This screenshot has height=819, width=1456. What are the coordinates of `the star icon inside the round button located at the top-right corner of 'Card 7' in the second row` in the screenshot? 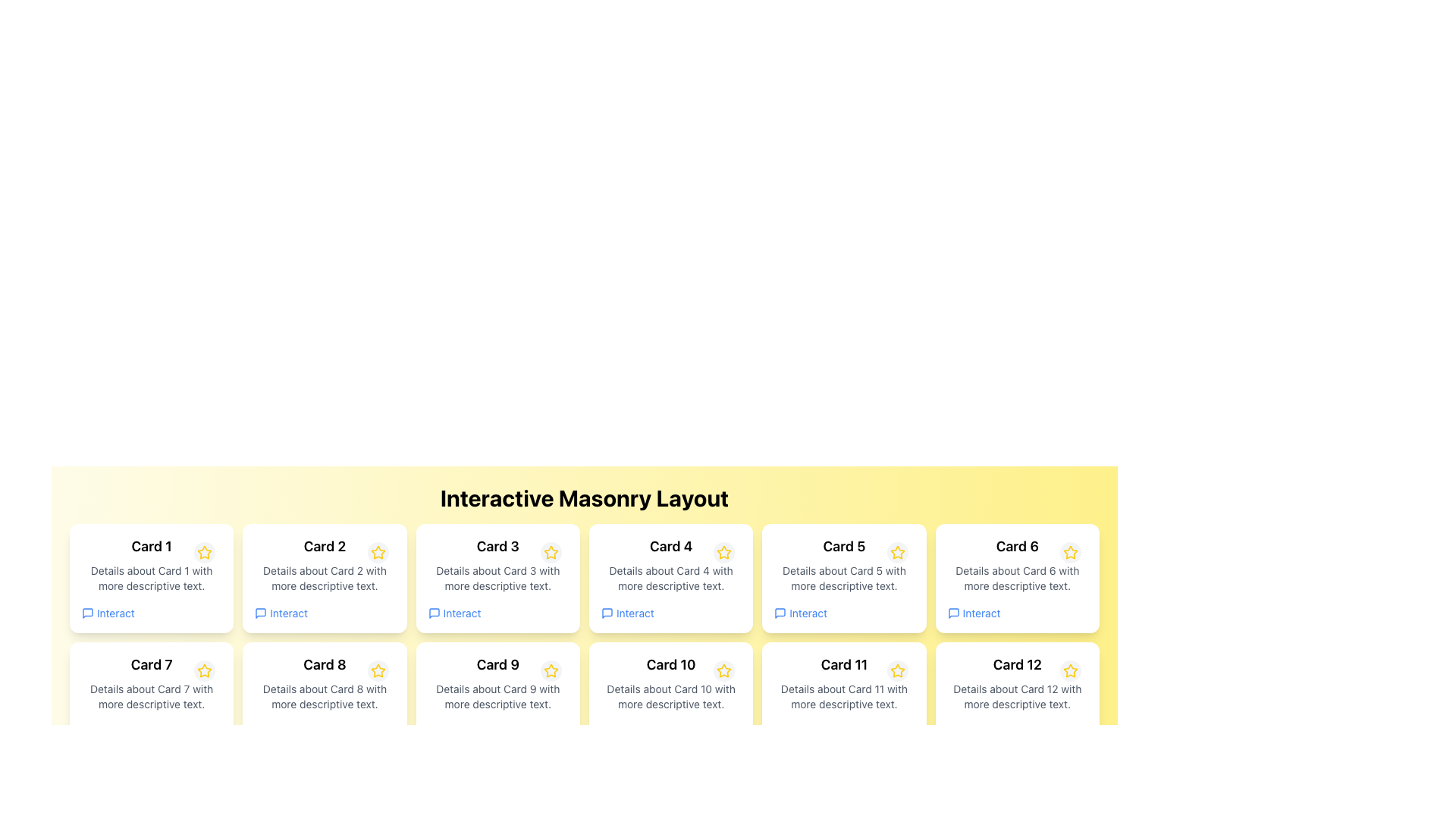 It's located at (204, 670).